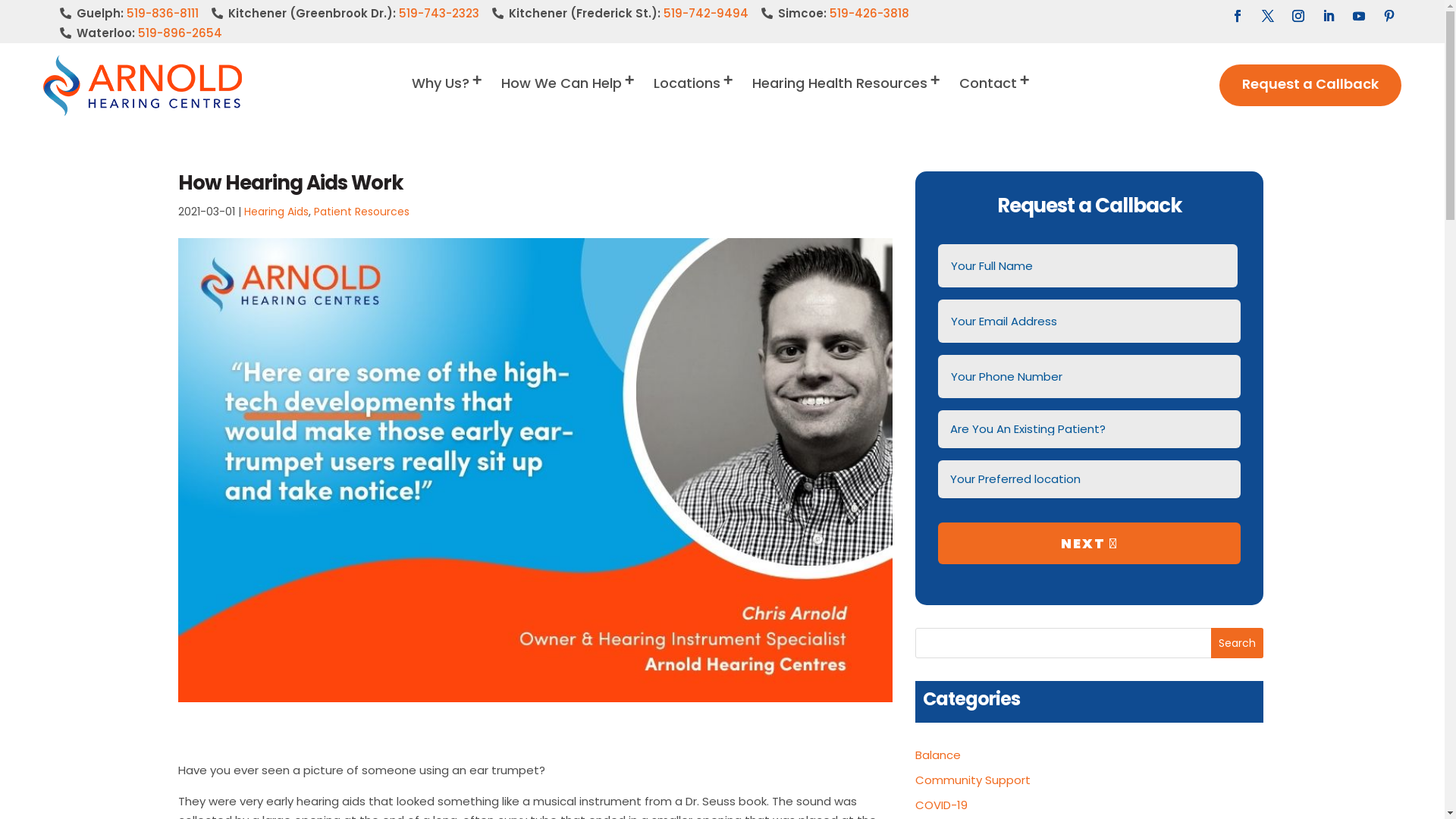  Describe the element at coordinates (360, 211) in the screenshot. I see `'Patient Resources'` at that location.